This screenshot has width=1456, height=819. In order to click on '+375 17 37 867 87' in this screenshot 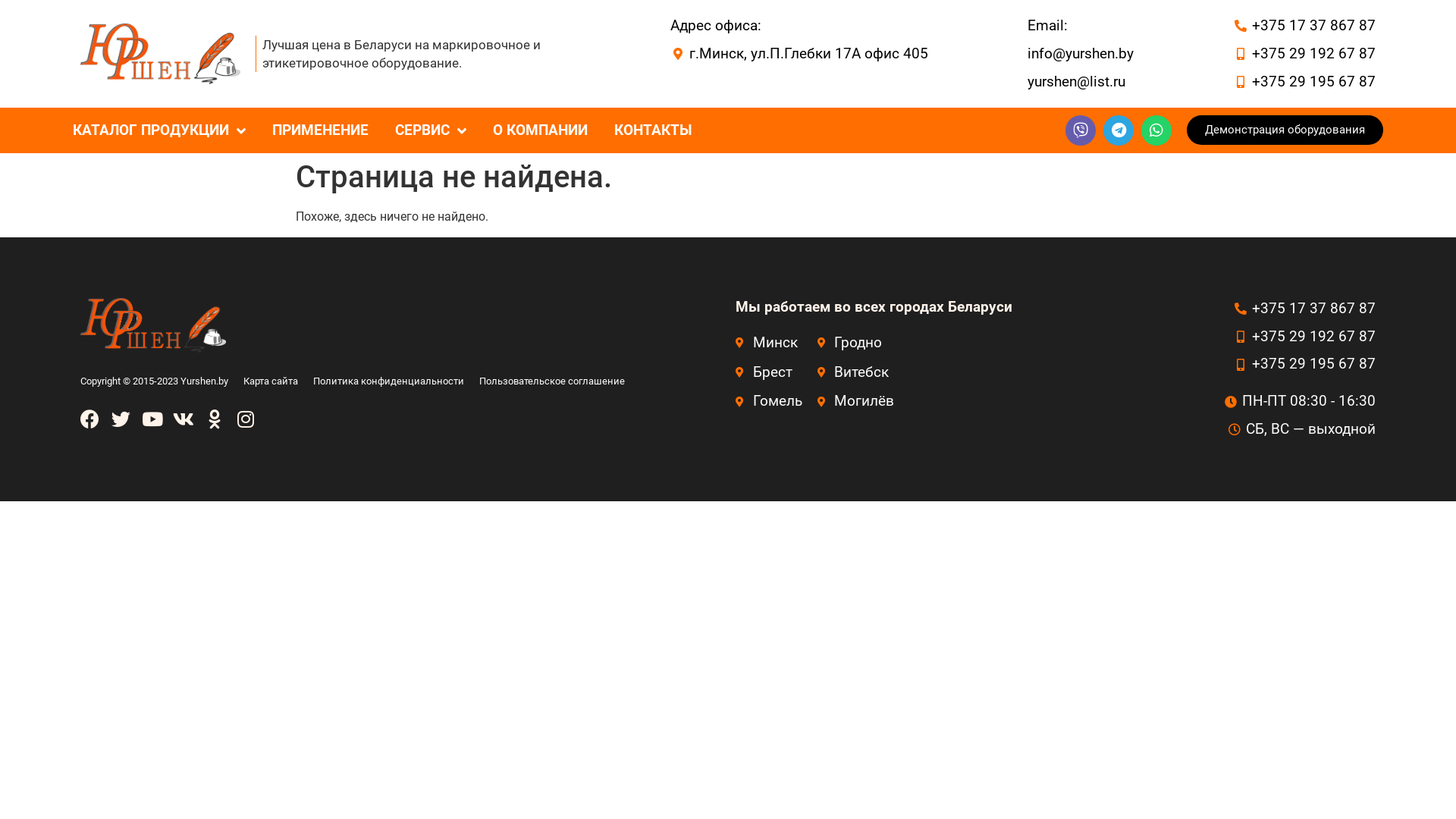, I will do `click(1303, 26)`.